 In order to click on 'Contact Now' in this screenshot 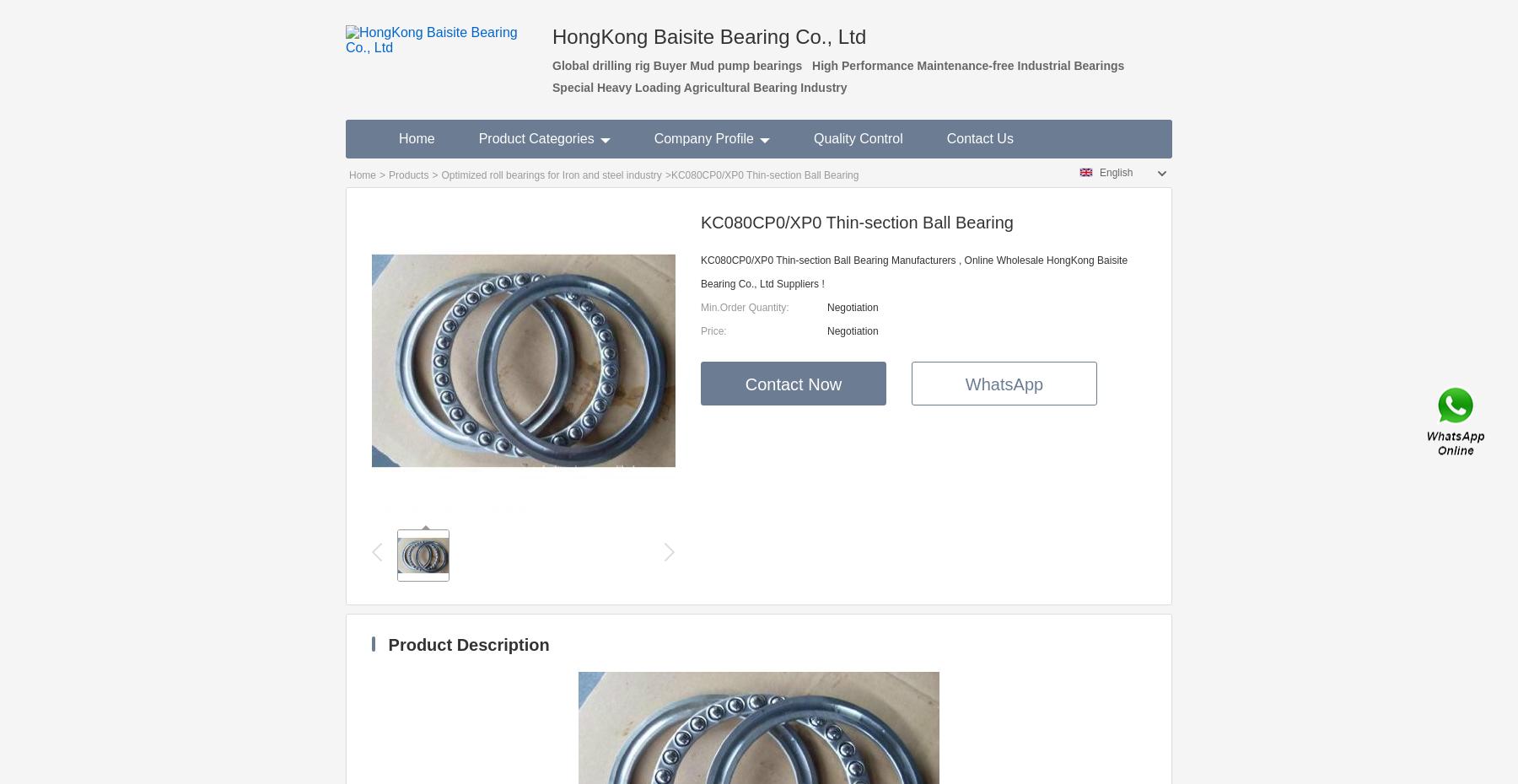, I will do `click(792, 384)`.